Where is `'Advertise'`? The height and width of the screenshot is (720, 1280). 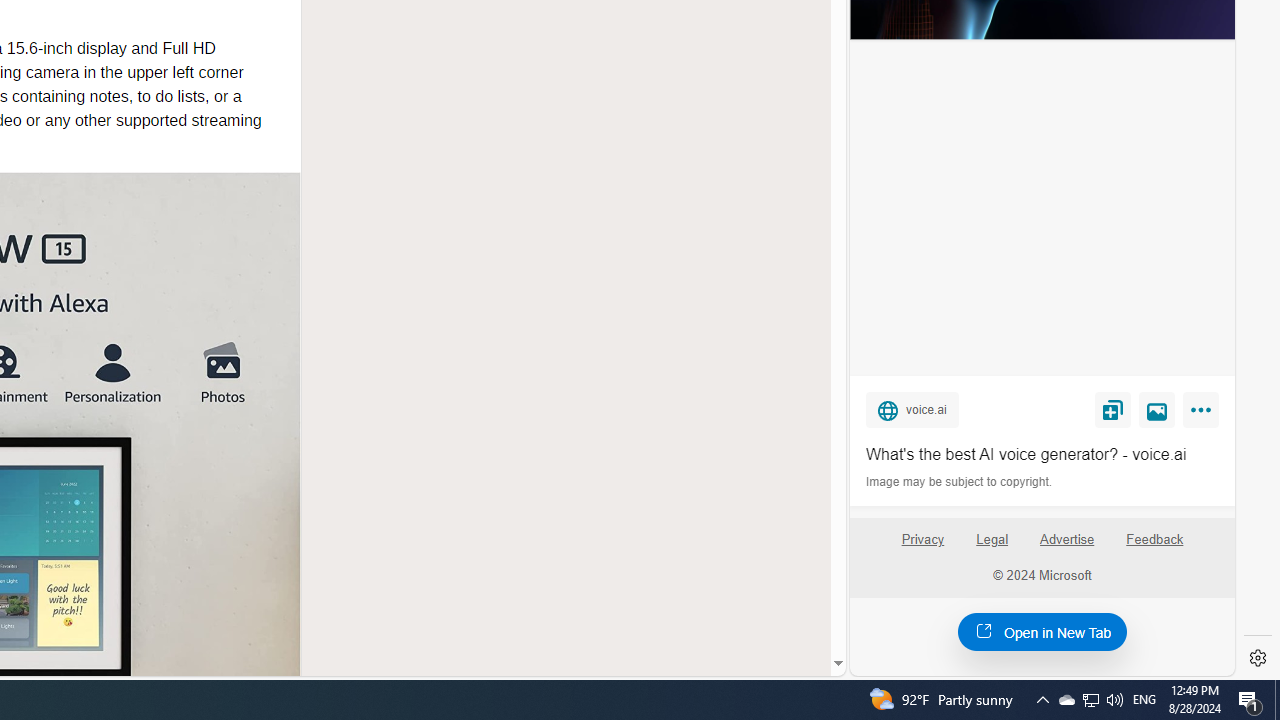
'Advertise' is located at coordinates (1065, 538).